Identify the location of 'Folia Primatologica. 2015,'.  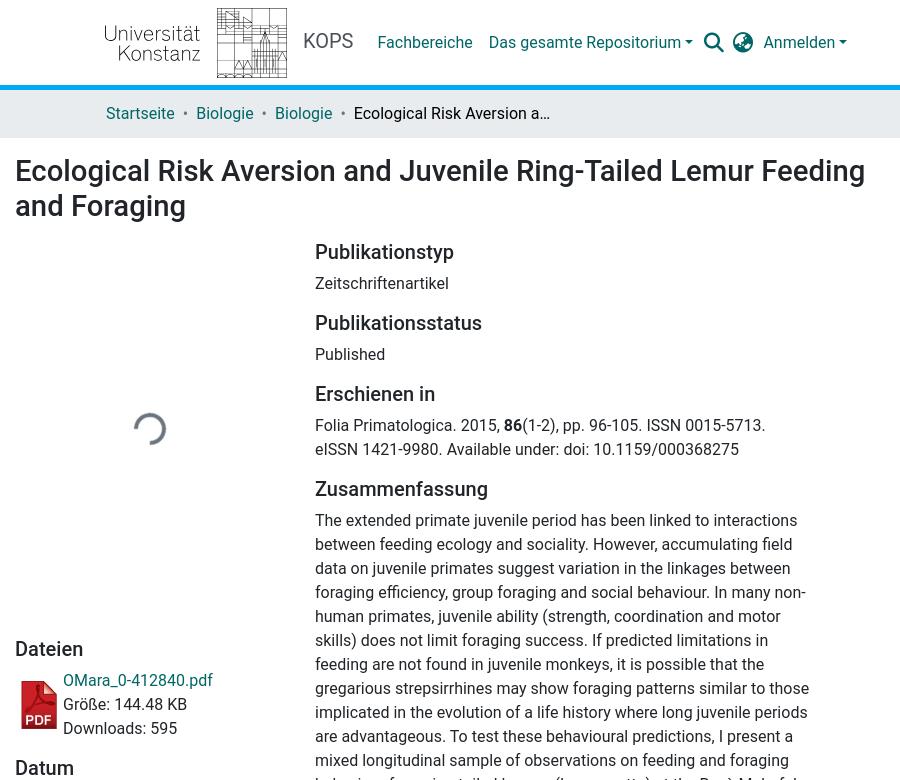
(408, 425).